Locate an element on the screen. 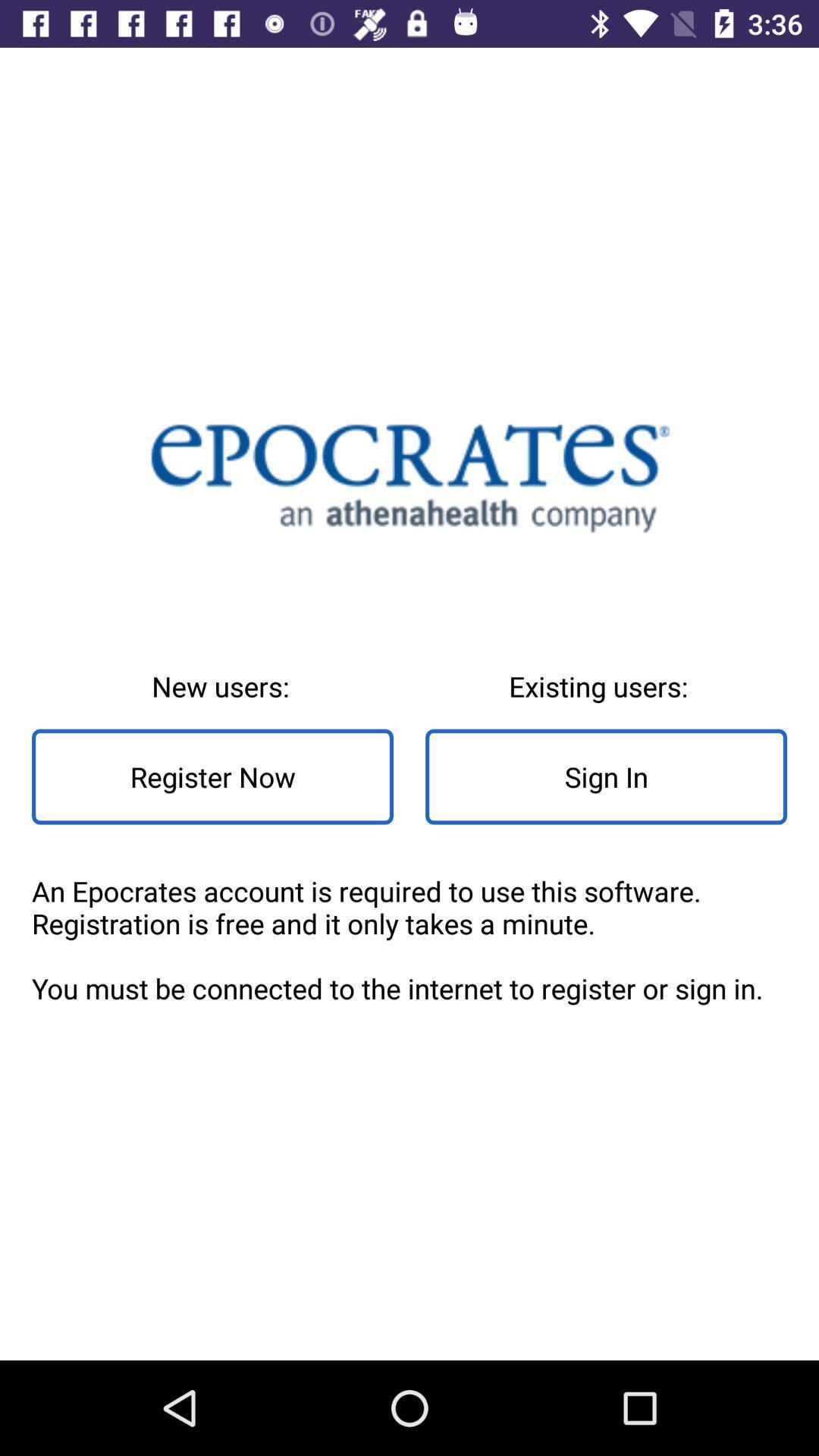 The image size is (819, 1456). item to the right of the new users: icon is located at coordinates (605, 777).